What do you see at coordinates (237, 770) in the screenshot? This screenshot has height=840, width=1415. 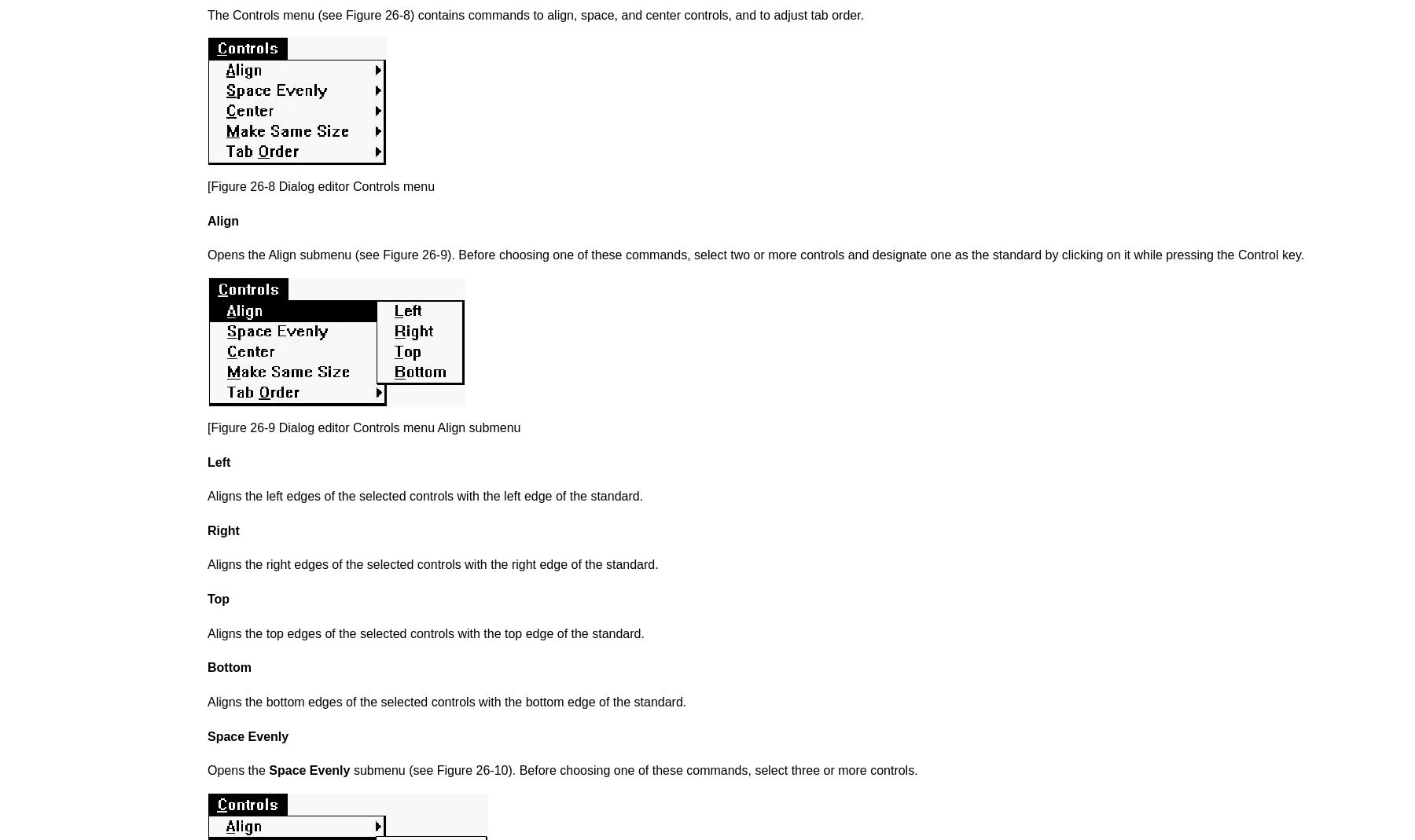 I see `'Opens the'` at bounding box center [237, 770].